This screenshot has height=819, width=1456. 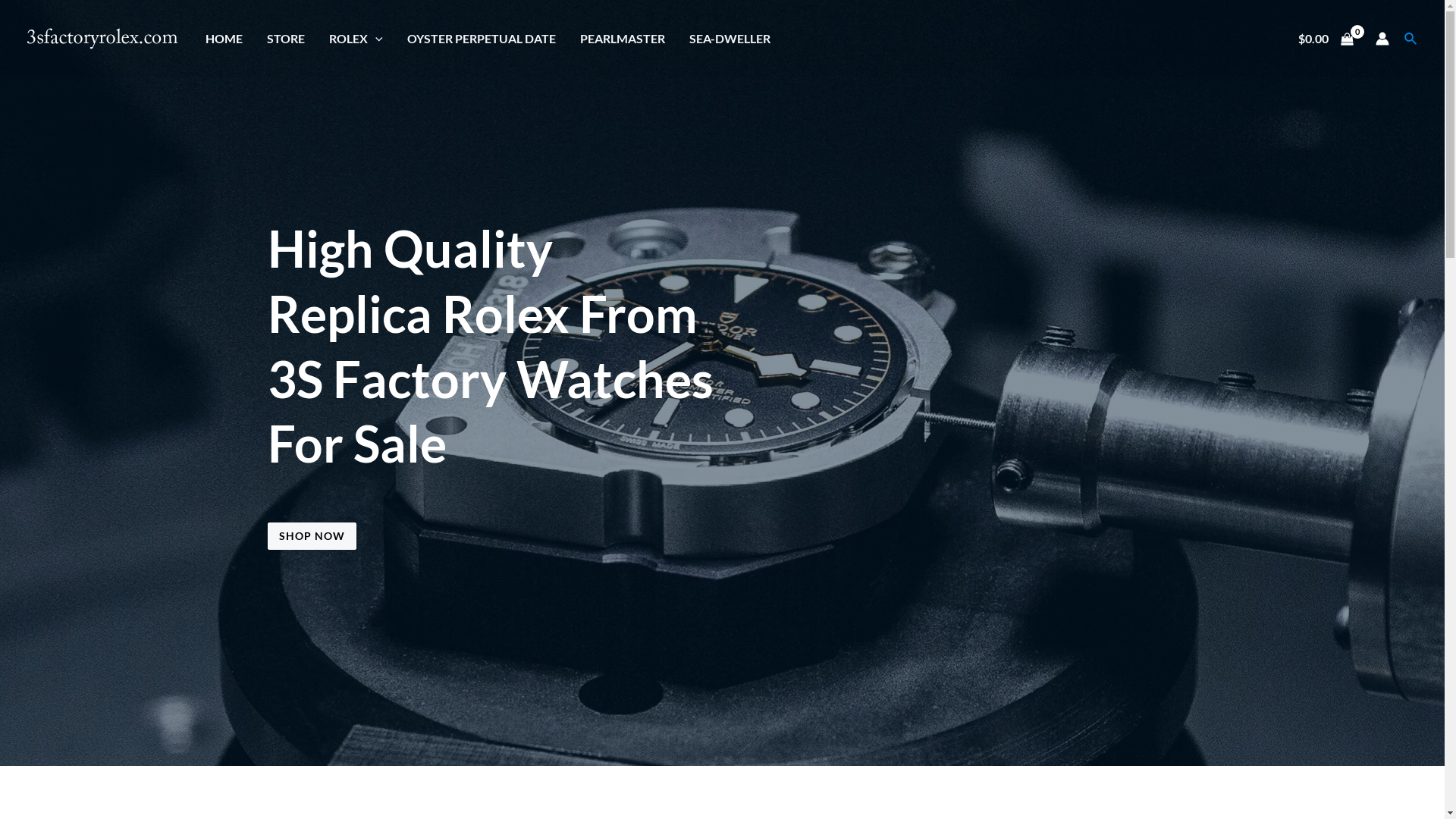 What do you see at coordinates (730, 37) in the screenshot?
I see `'SEA-DWELLER'` at bounding box center [730, 37].